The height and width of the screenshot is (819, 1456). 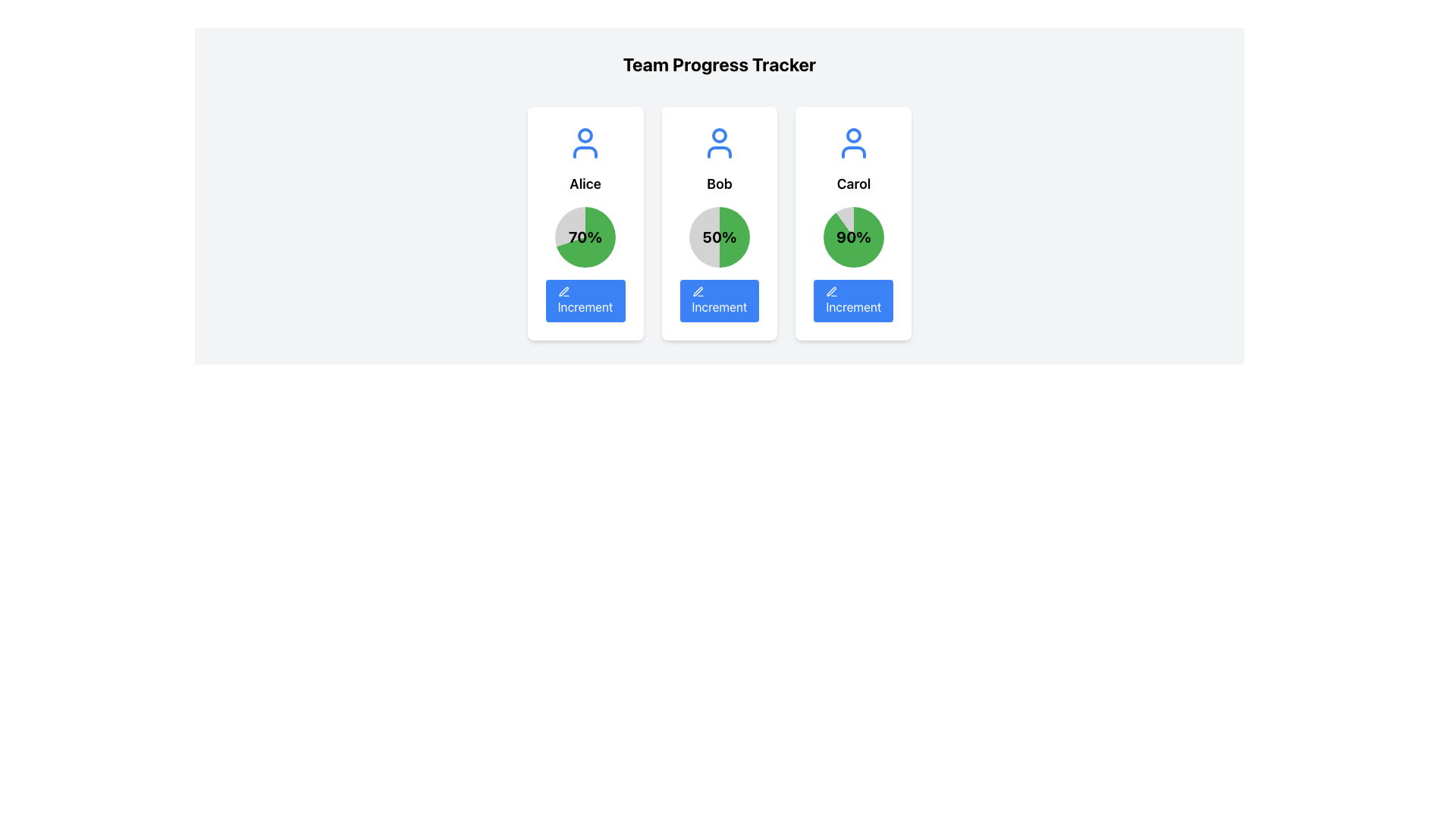 What do you see at coordinates (697, 292) in the screenshot?
I see `the decorative icon representing the 'Increment' action located within the 'Increment' button on the central card labeled 'Bob', positioned towards the left side of the button's text` at bounding box center [697, 292].